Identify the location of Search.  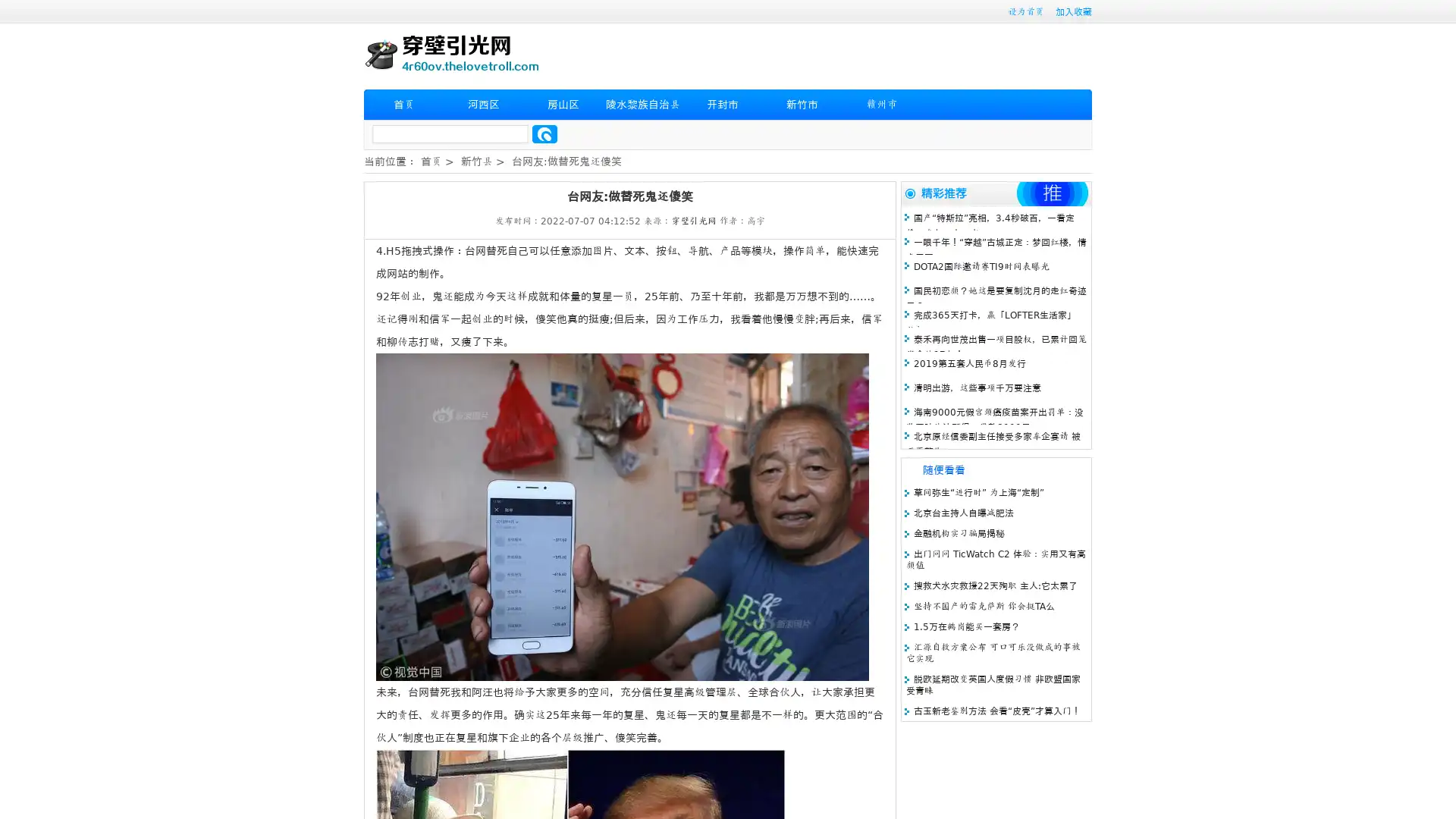
(544, 133).